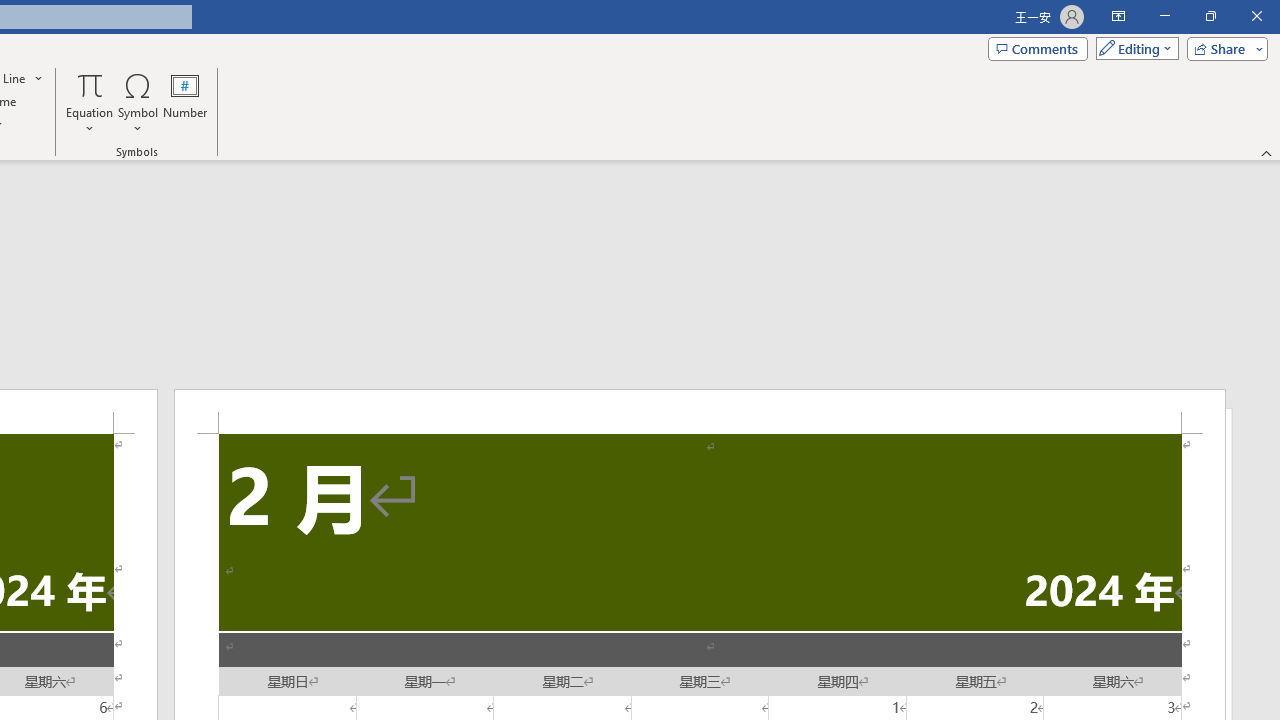 The width and height of the screenshot is (1280, 720). Describe the element at coordinates (137, 103) in the screenshot. I see `'Symbol'` at that location.